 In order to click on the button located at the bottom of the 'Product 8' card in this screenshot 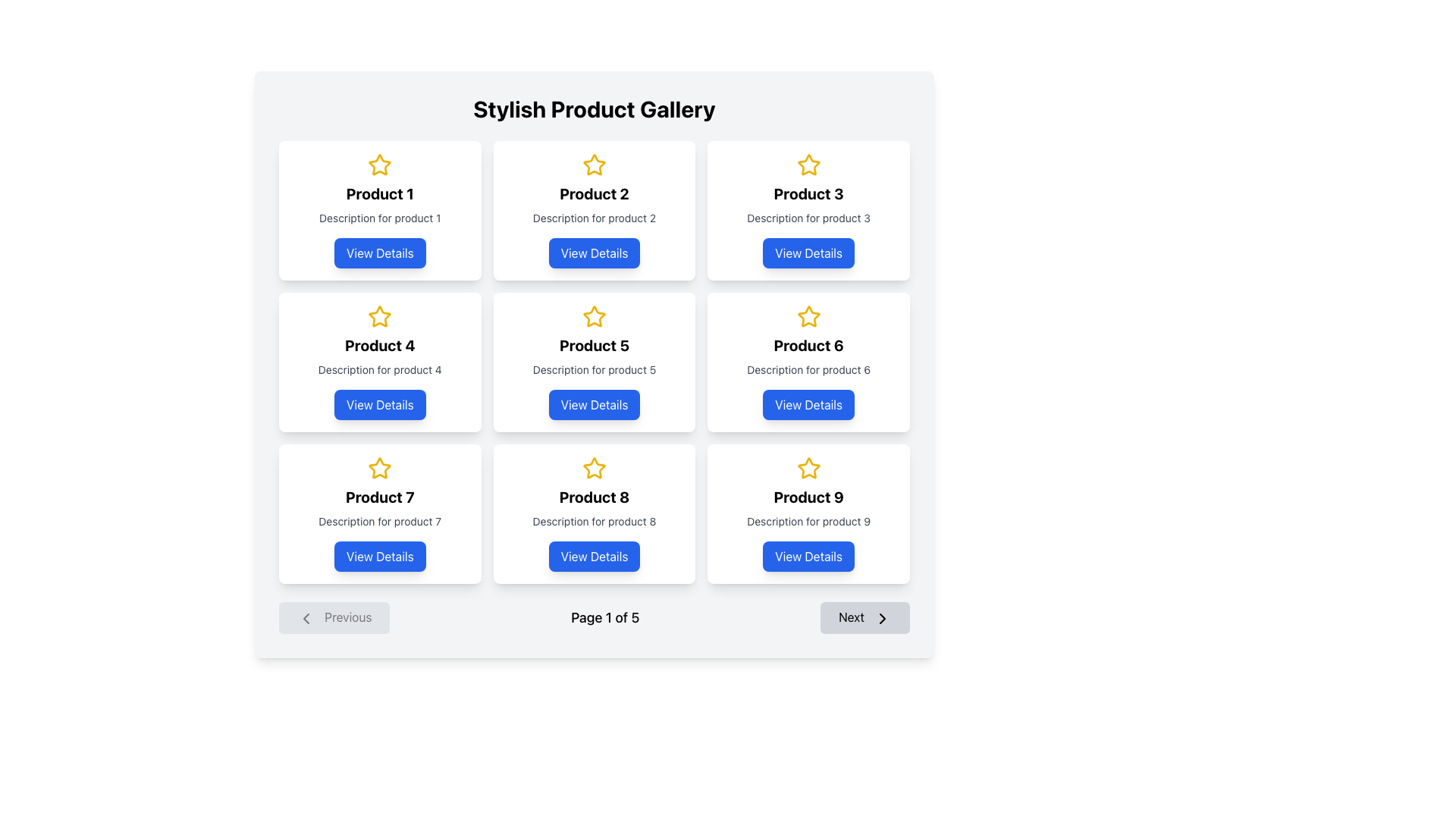, I will do `click(593, 556)`.